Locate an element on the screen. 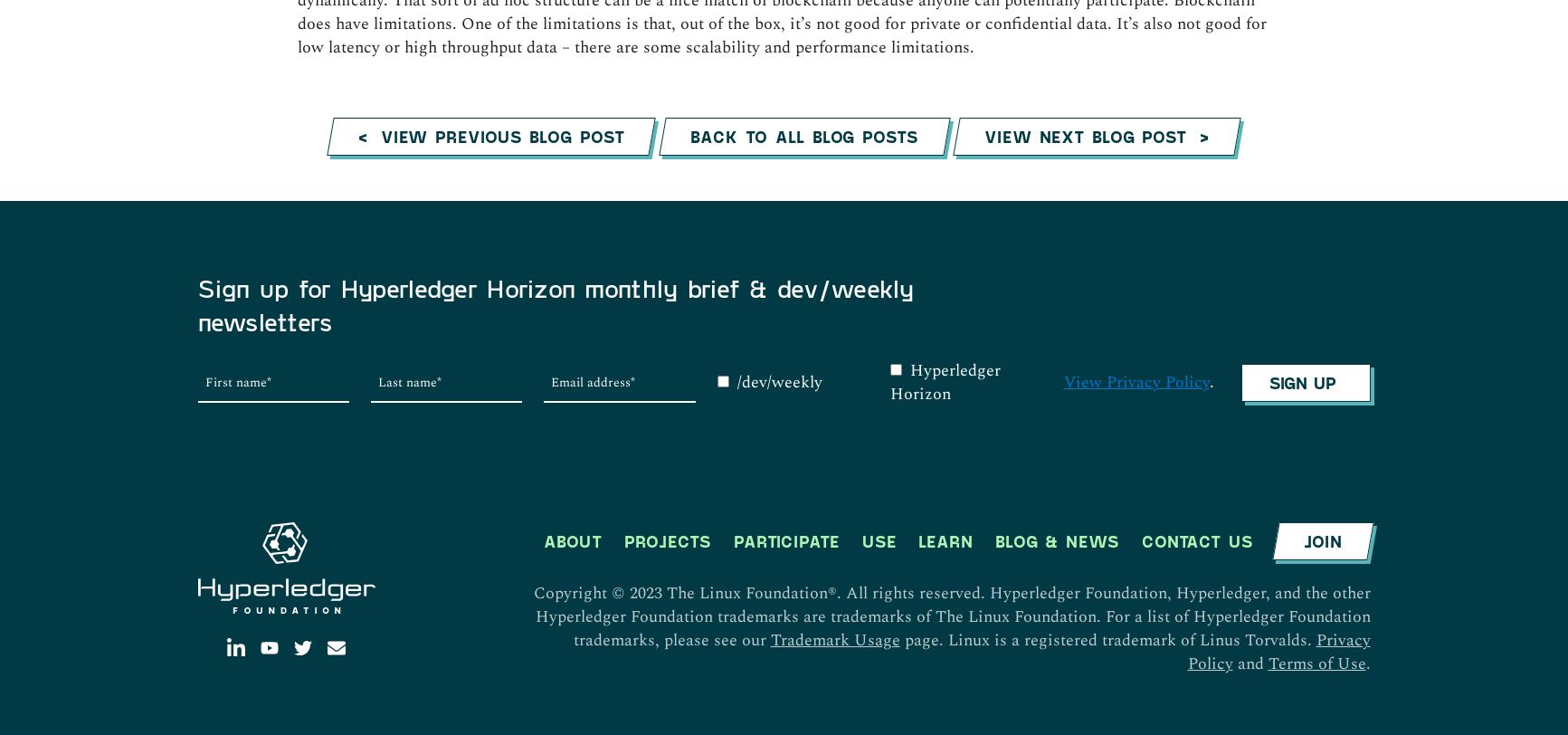 The image size is (1568, 735). 'Join' is located at coordinates (1321, 163).